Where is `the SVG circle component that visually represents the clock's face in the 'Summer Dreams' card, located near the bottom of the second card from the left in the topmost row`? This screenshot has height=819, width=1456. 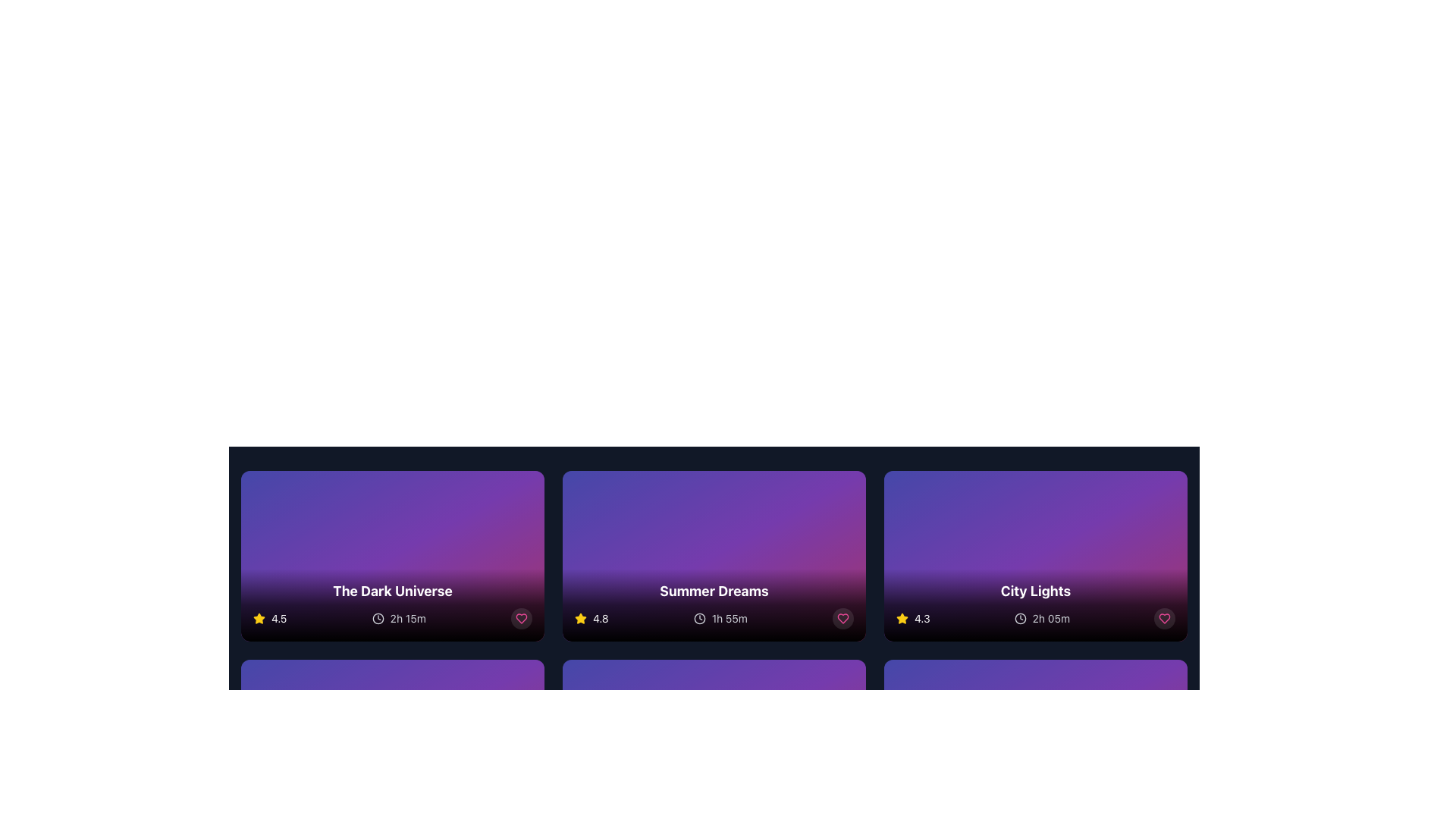 the SVG circle component that visually represents the clock's face in the 'Summer Dreams' card, located near the bottom of the second card from the left in the topmost row is located at coordinates (698, 806).